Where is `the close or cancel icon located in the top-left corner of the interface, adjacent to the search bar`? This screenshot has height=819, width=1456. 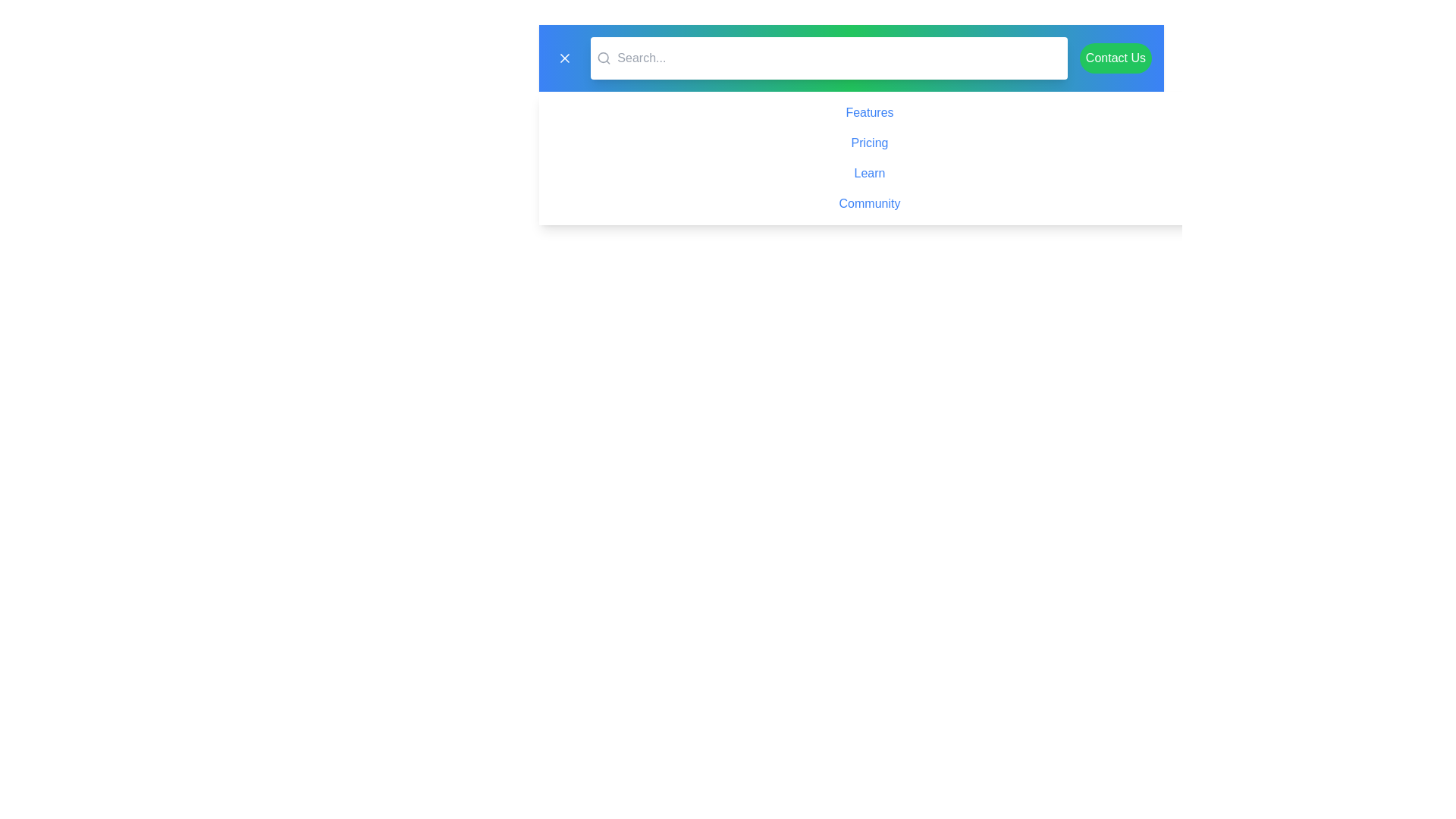
the close or cancel icon located in the top-left corner of the interface, adjacent to the search bar is located at coordinates (563, 58).